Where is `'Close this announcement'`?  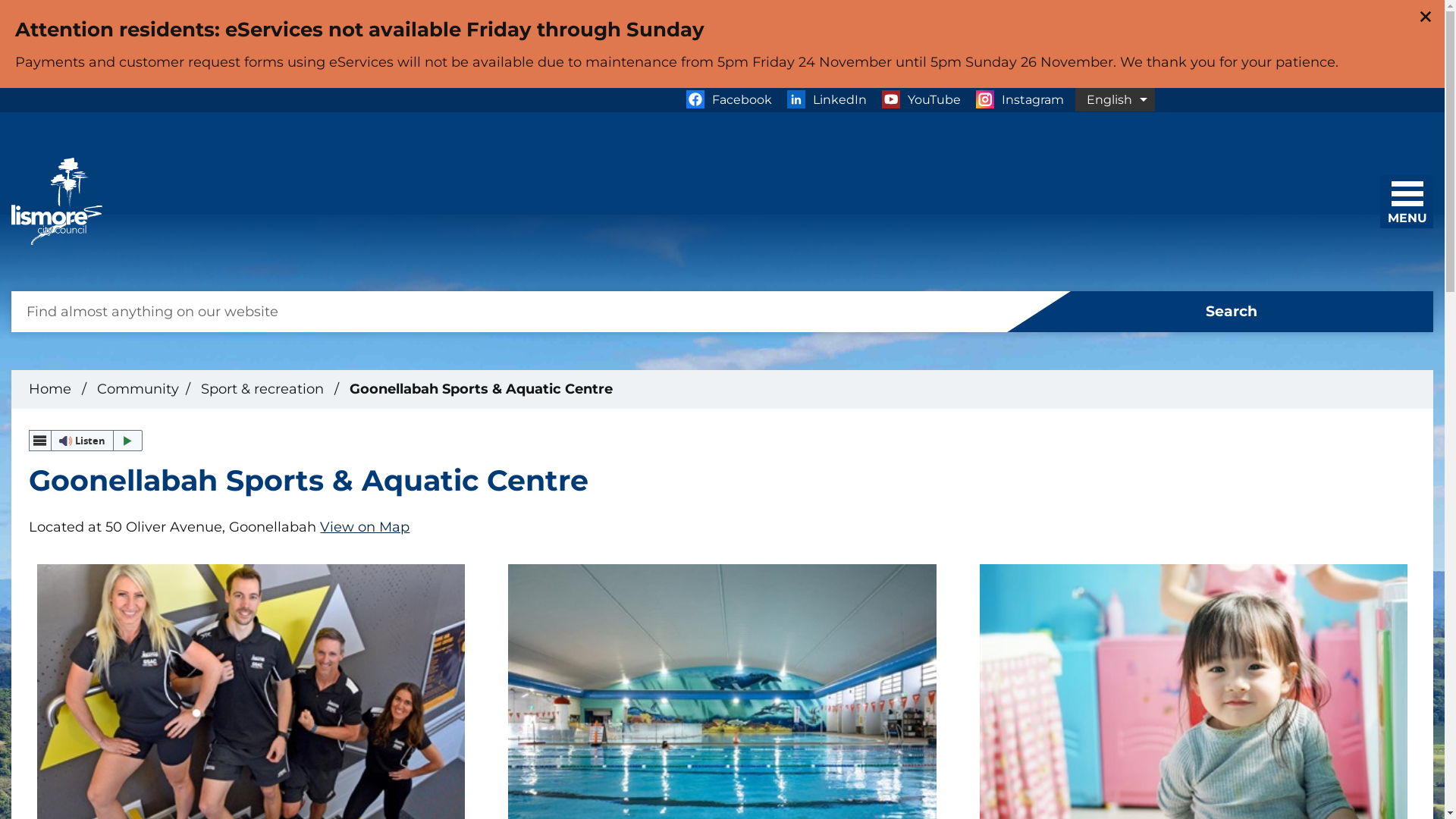
'Close this announcement' is located at coordinates (1425, 17).